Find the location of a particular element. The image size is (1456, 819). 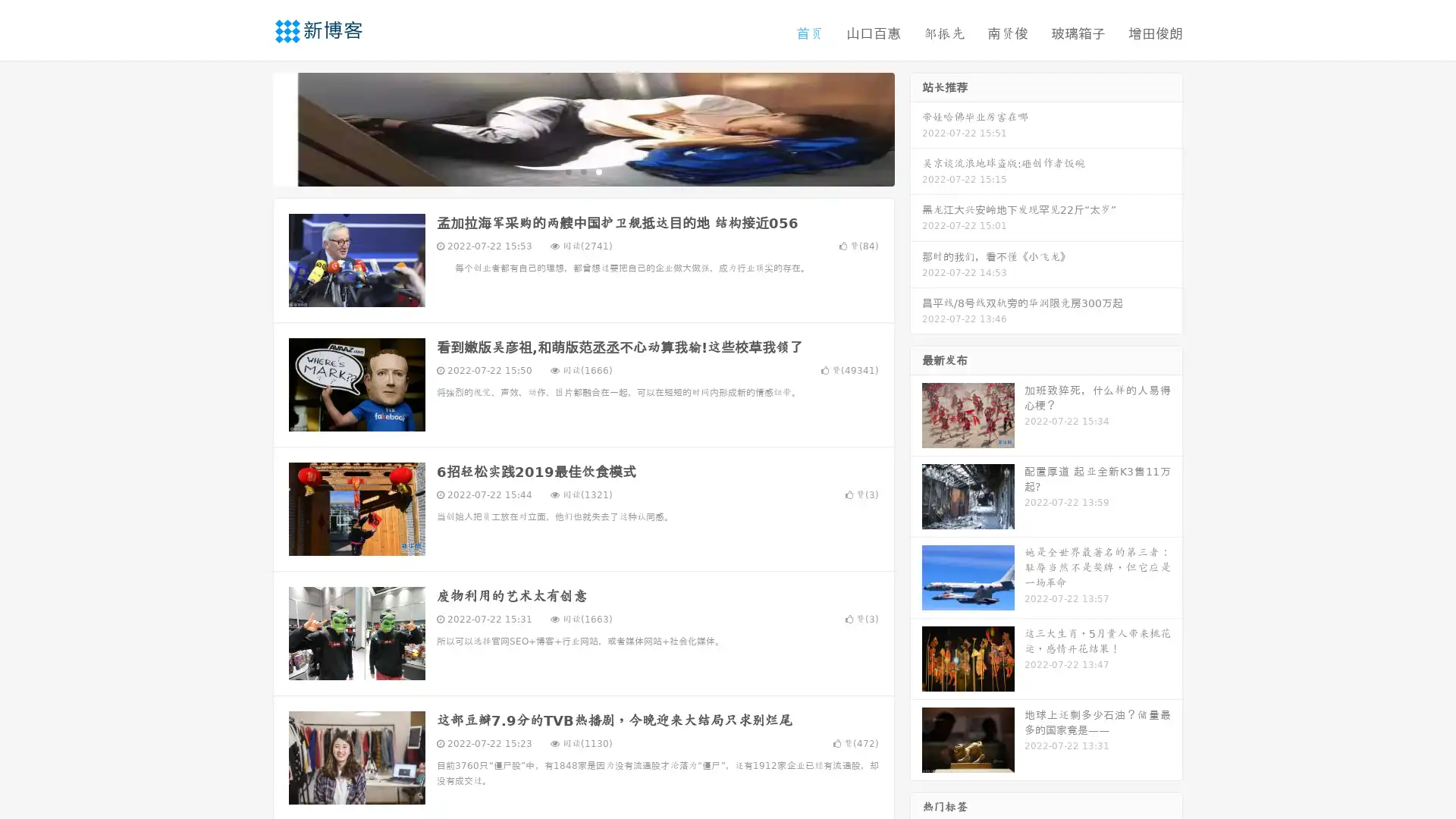

Go to slide 3 is located at coordinates (598, 171).